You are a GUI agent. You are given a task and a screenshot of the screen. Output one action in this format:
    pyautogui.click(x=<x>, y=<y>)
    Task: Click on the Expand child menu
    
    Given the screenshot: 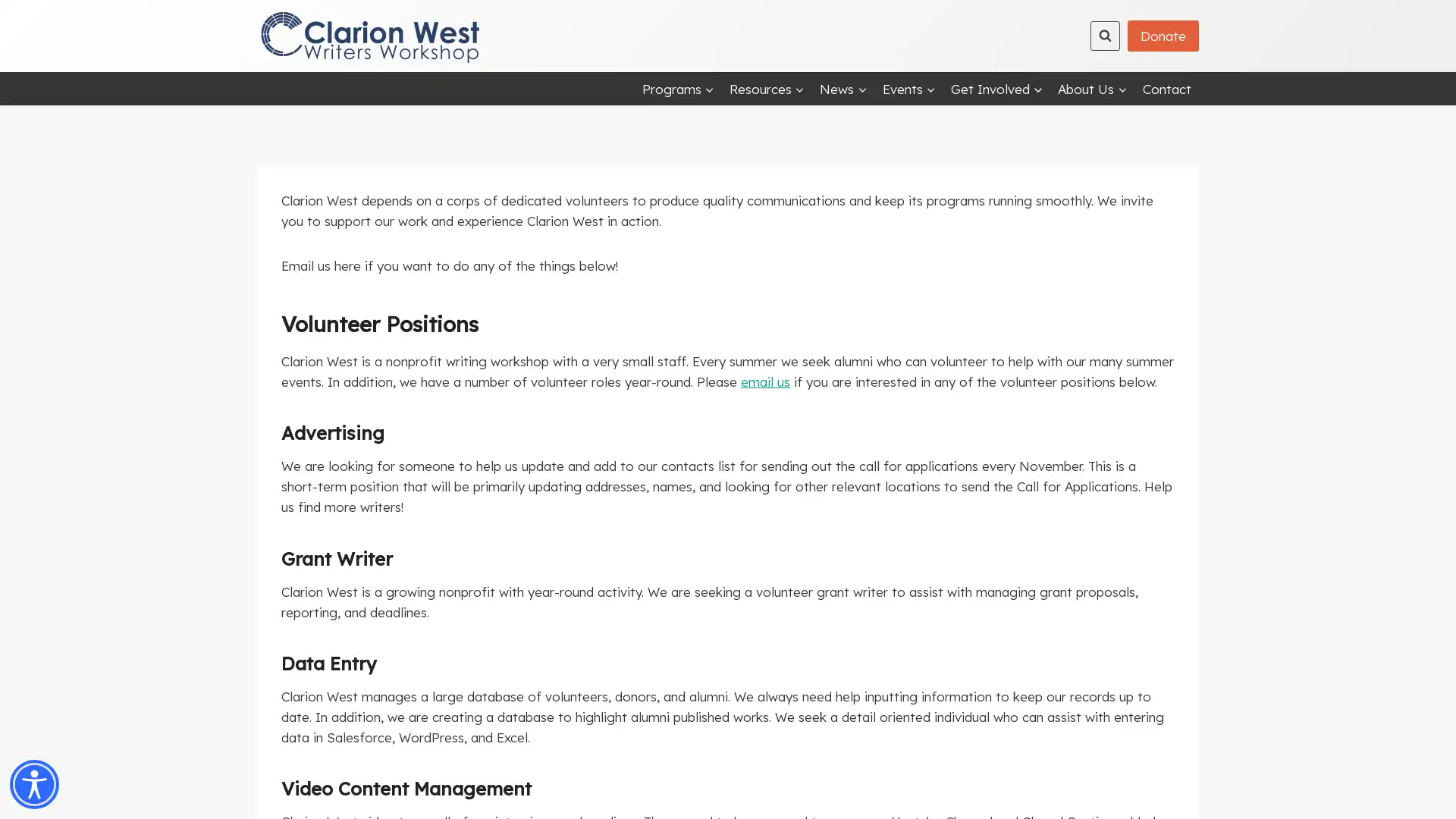 What is the action you would take?
    pyautogui.click(x=767, y=88)
    